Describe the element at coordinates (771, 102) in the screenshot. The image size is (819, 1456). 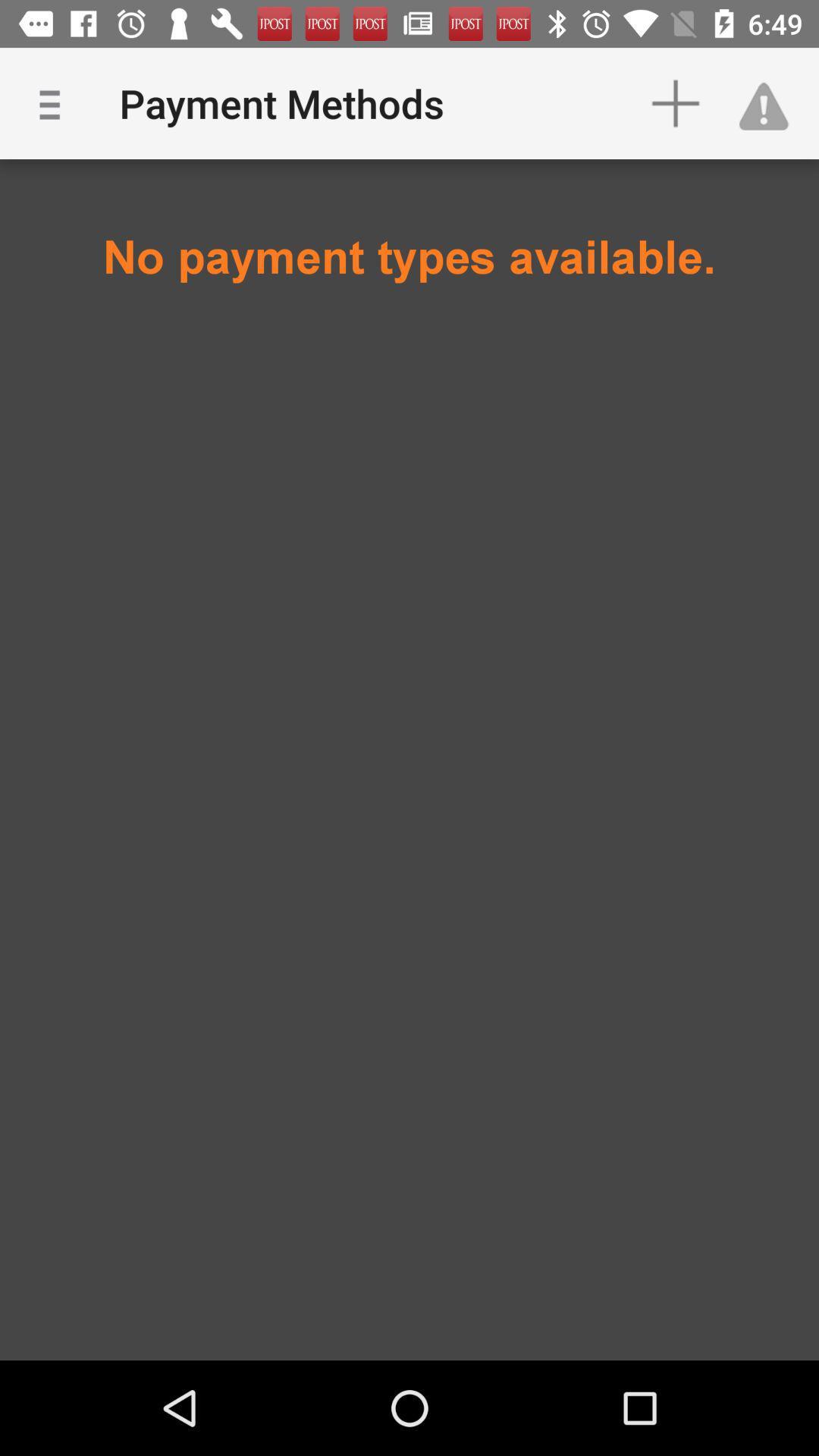
I see `item above no payment types icon` at that location.